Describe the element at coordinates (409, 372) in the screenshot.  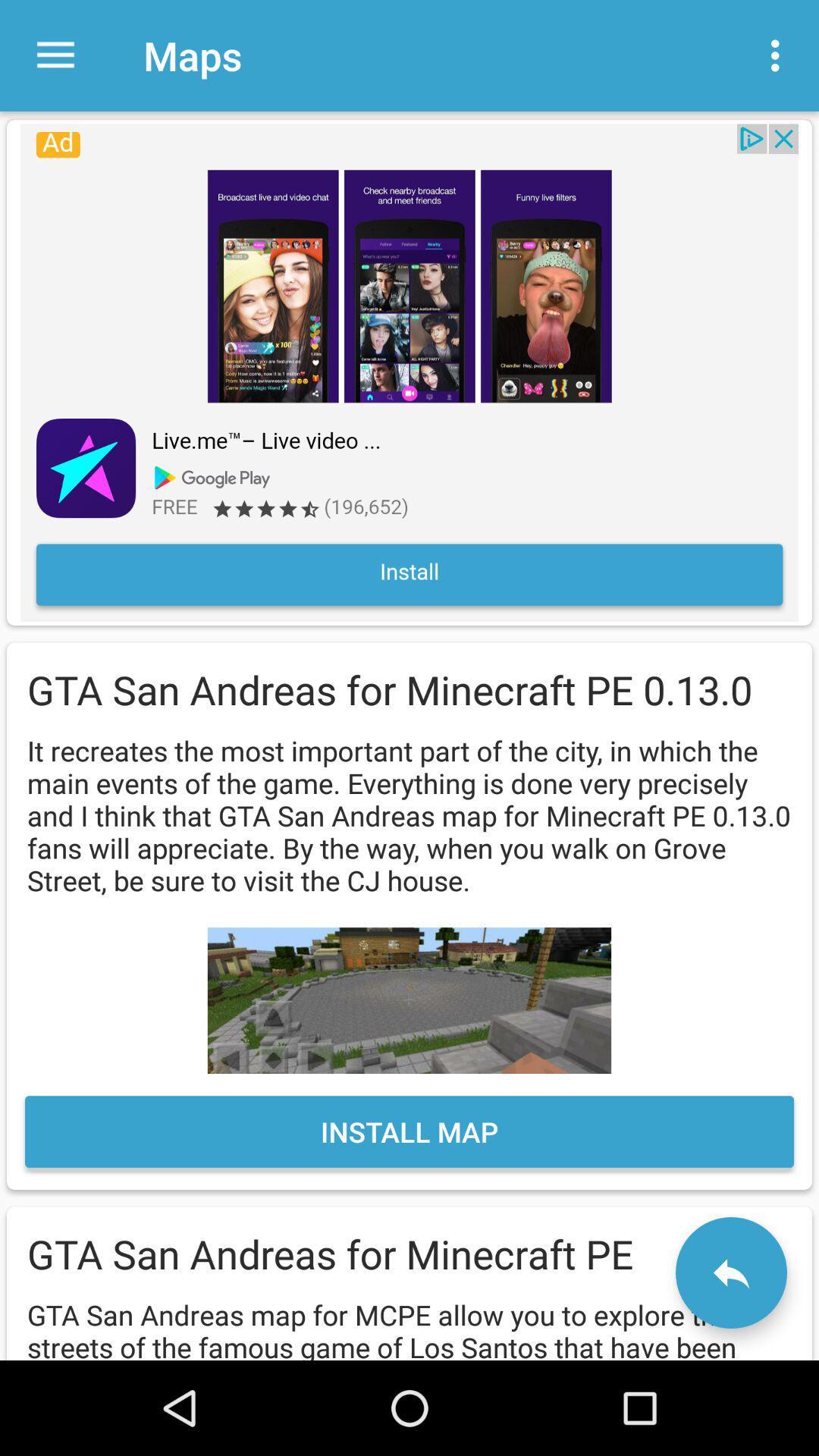
I see `click on advertisement to install` at that location.